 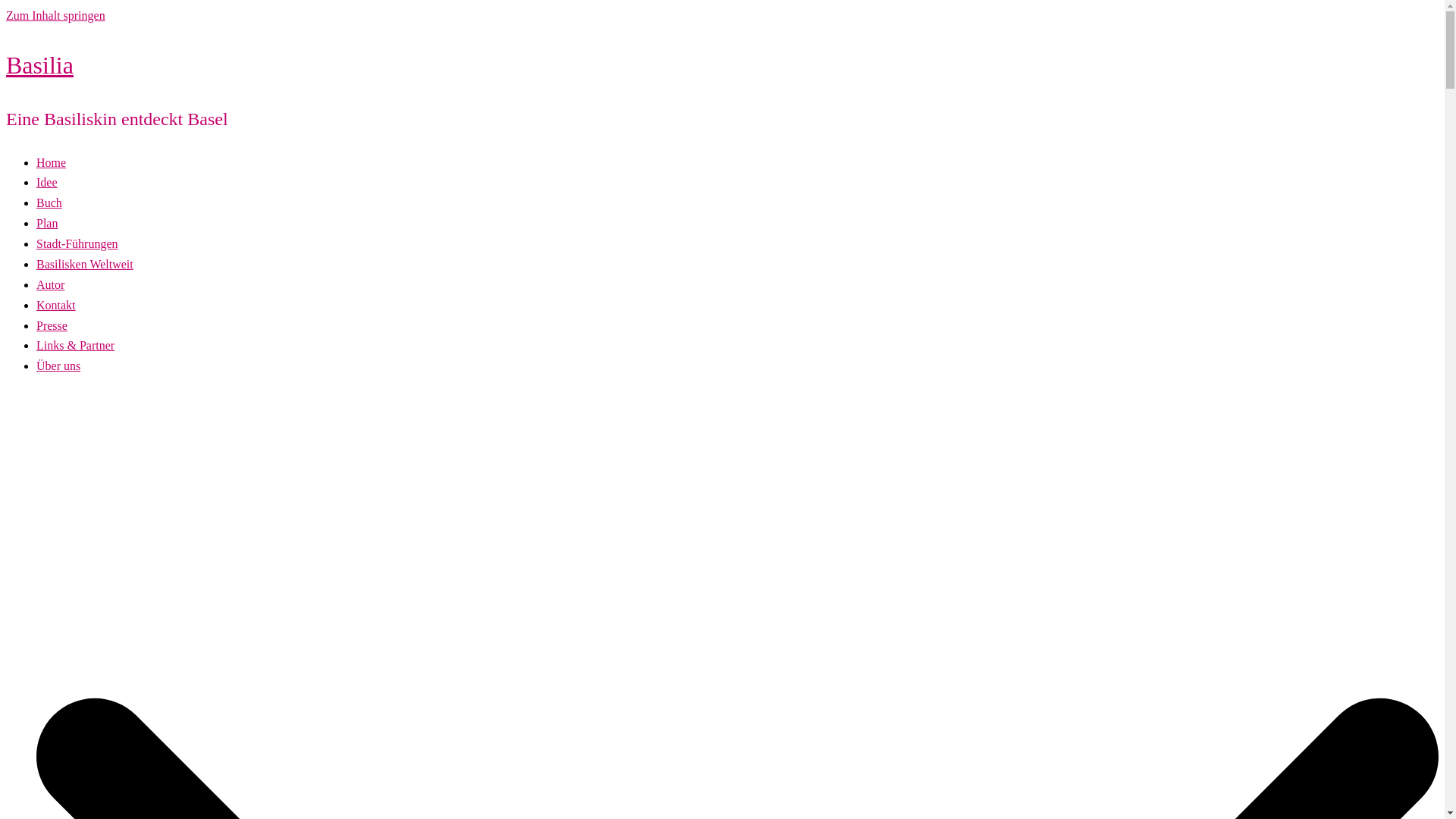 I want to click on 'Basilisken Weltweit', so click(x=83, y=263).